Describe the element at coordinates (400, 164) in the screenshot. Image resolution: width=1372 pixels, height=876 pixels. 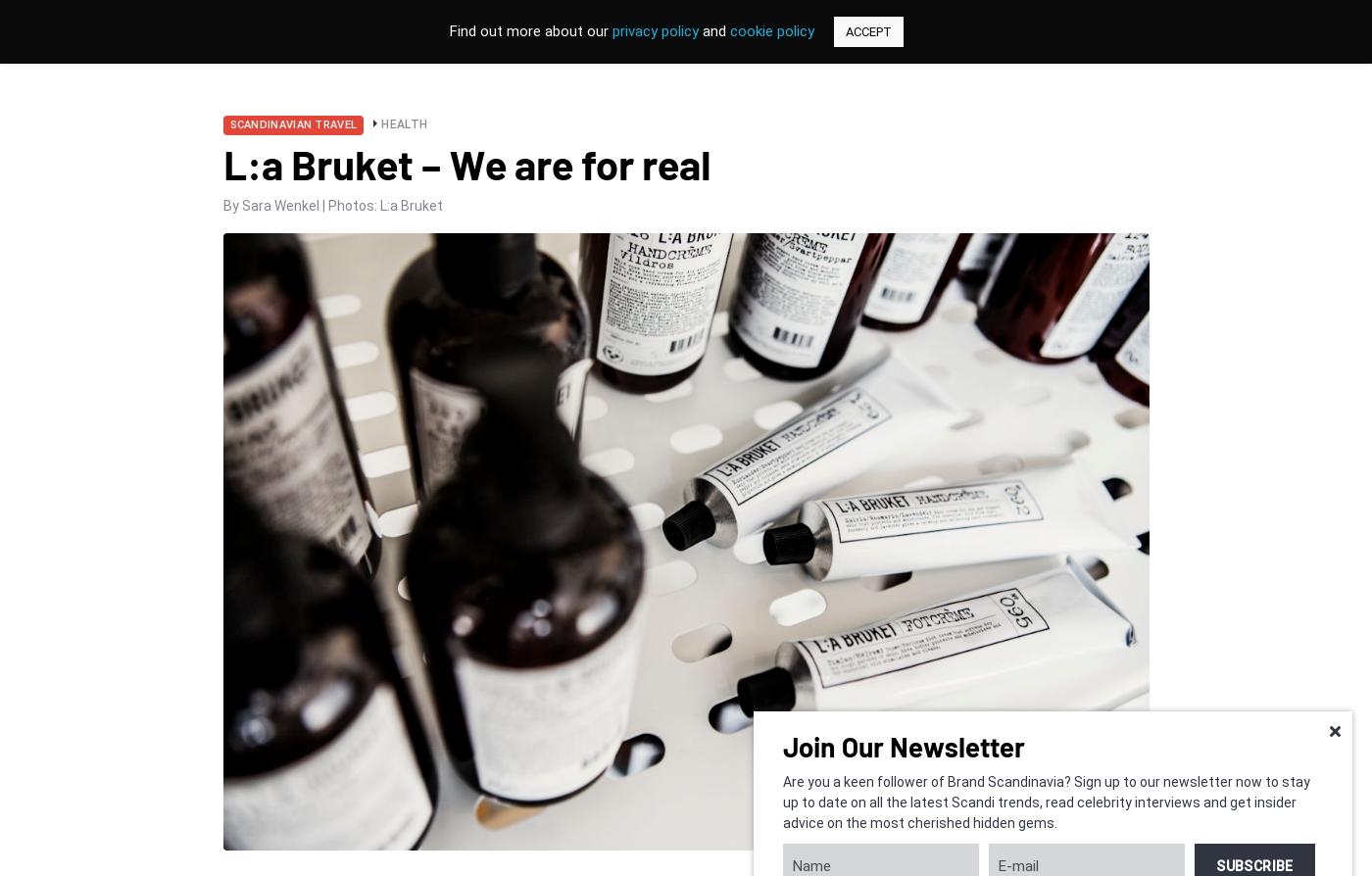
I see `'Golf'` at that location.